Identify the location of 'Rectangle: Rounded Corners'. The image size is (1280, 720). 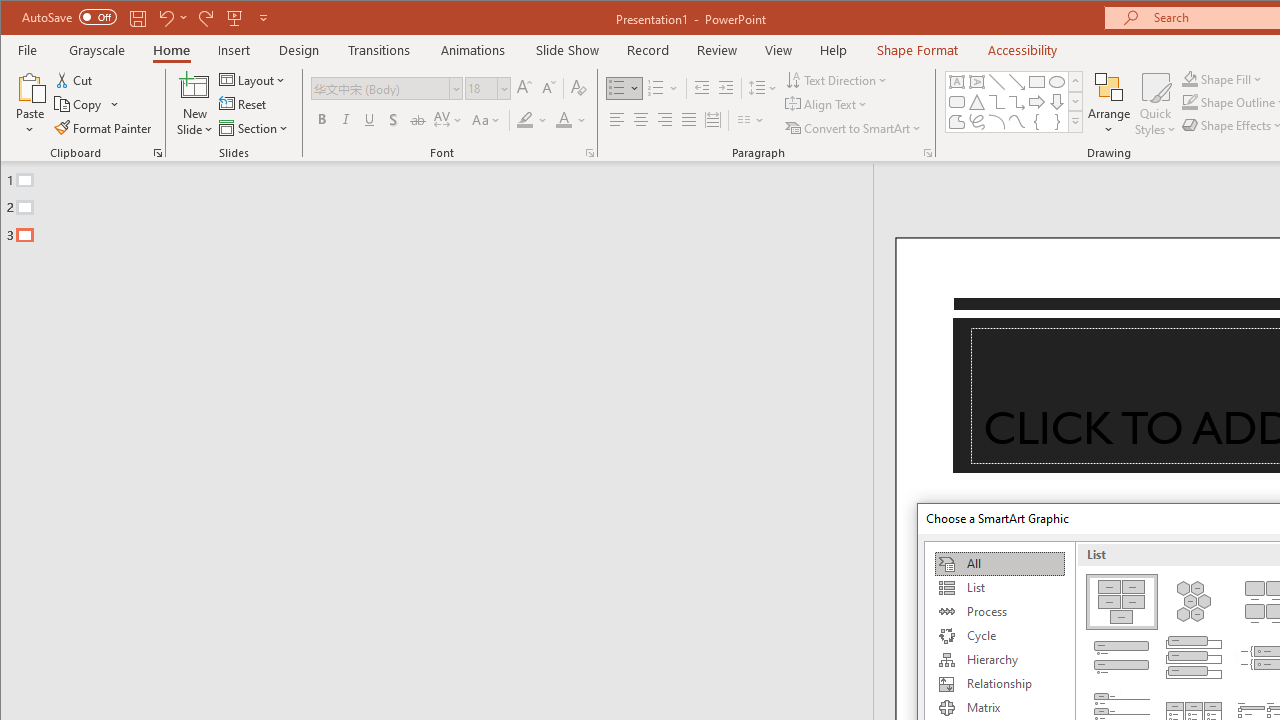
(955, 102).